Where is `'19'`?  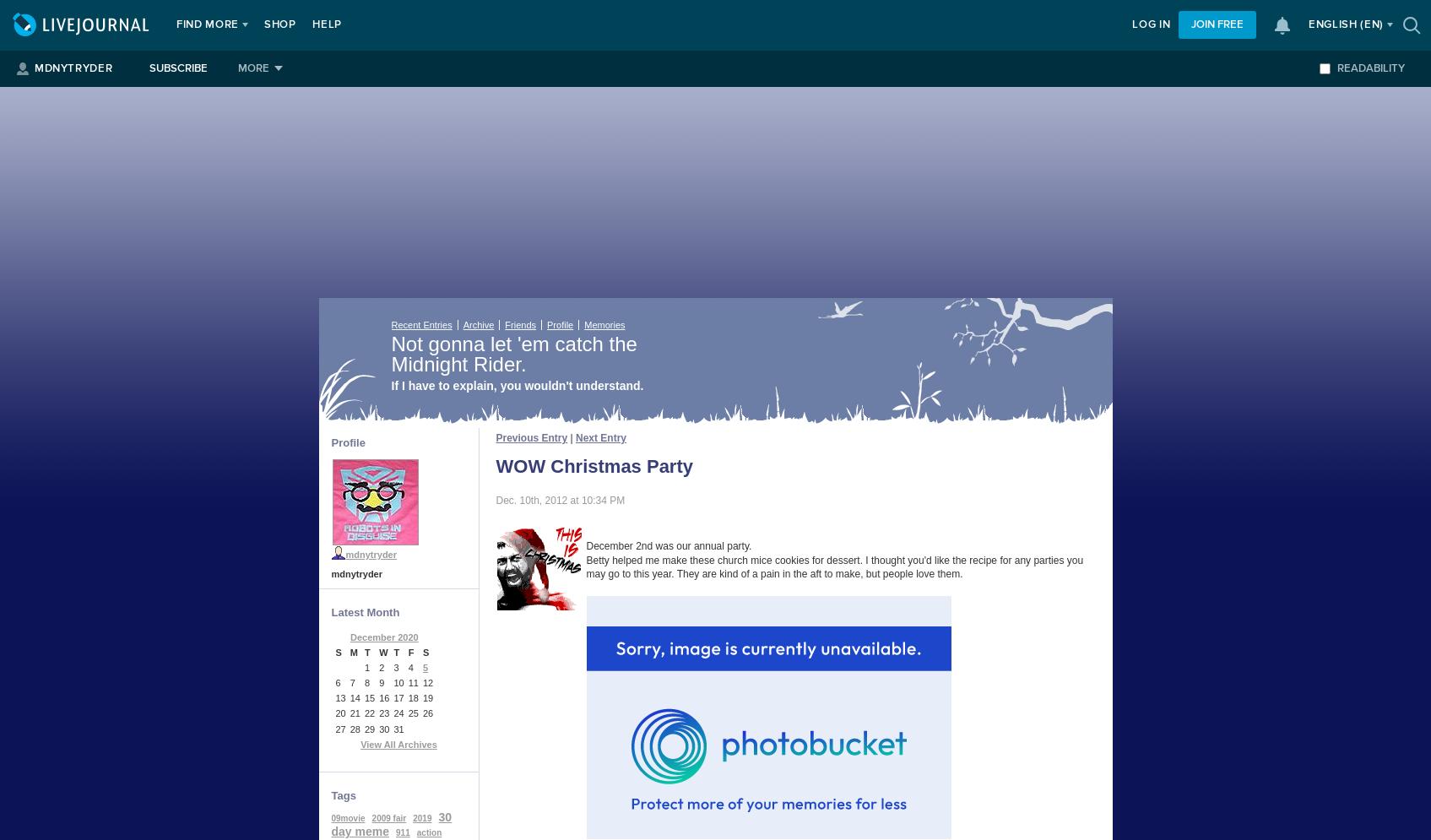 '19' is located at coordinates (426, 697).